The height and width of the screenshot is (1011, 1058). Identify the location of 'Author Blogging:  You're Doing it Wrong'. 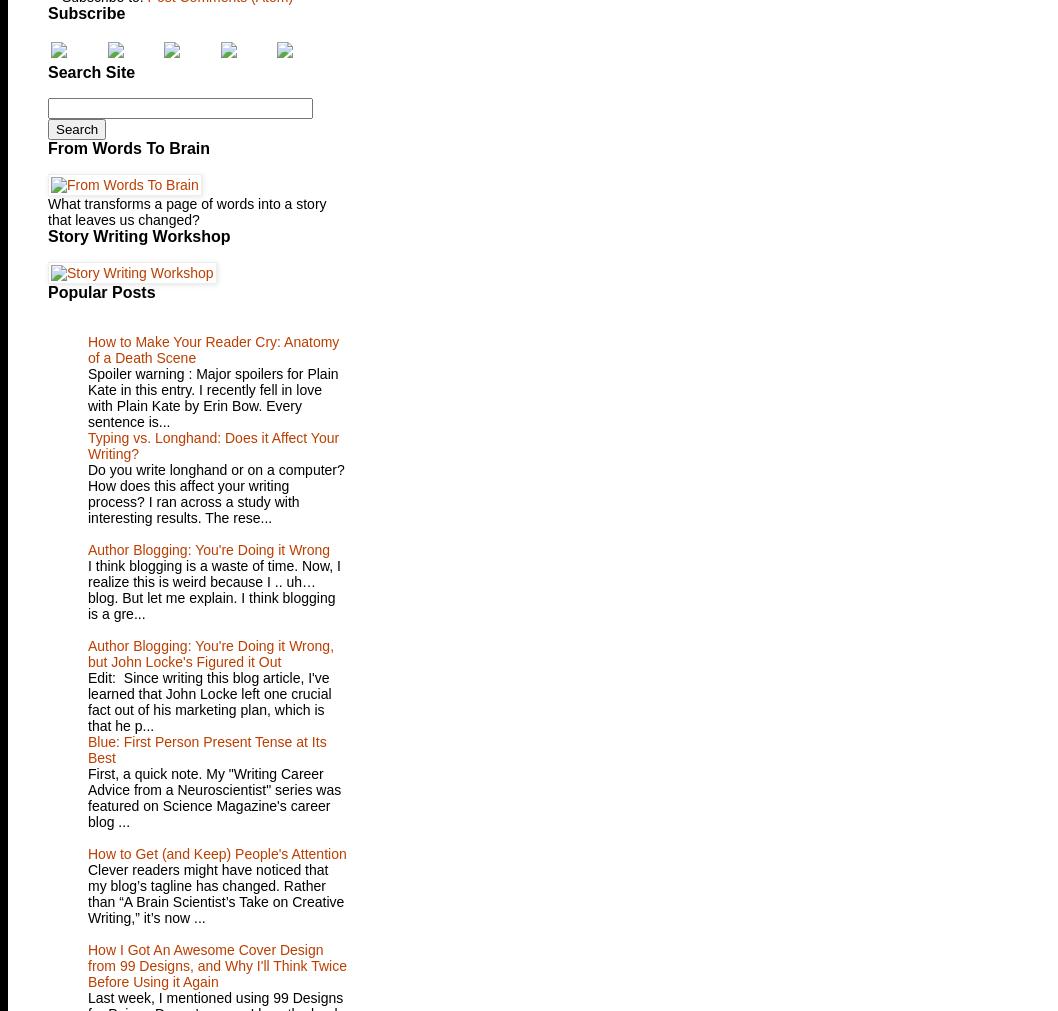
(208, 549).